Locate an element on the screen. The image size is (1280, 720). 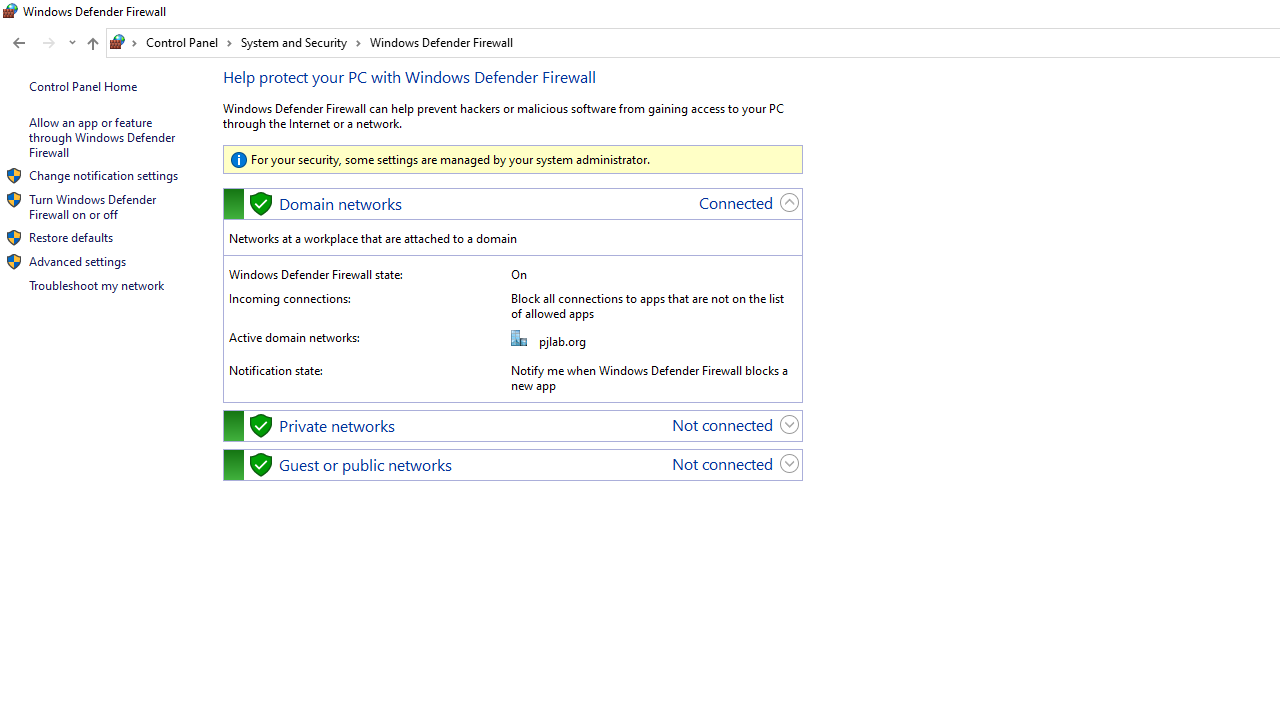
'Up band toolbar' is located at coordinates (91, 45).